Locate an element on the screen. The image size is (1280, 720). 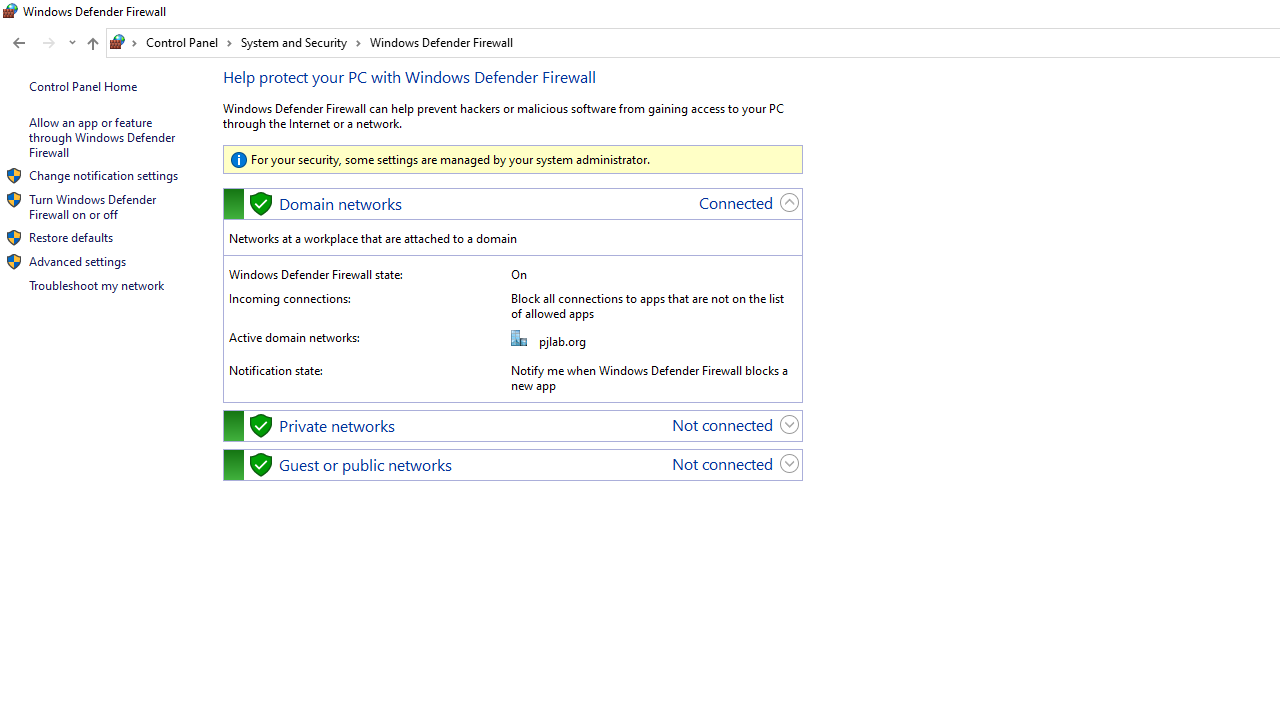
'Up band toolbar' is located at coordinates (91, 45).